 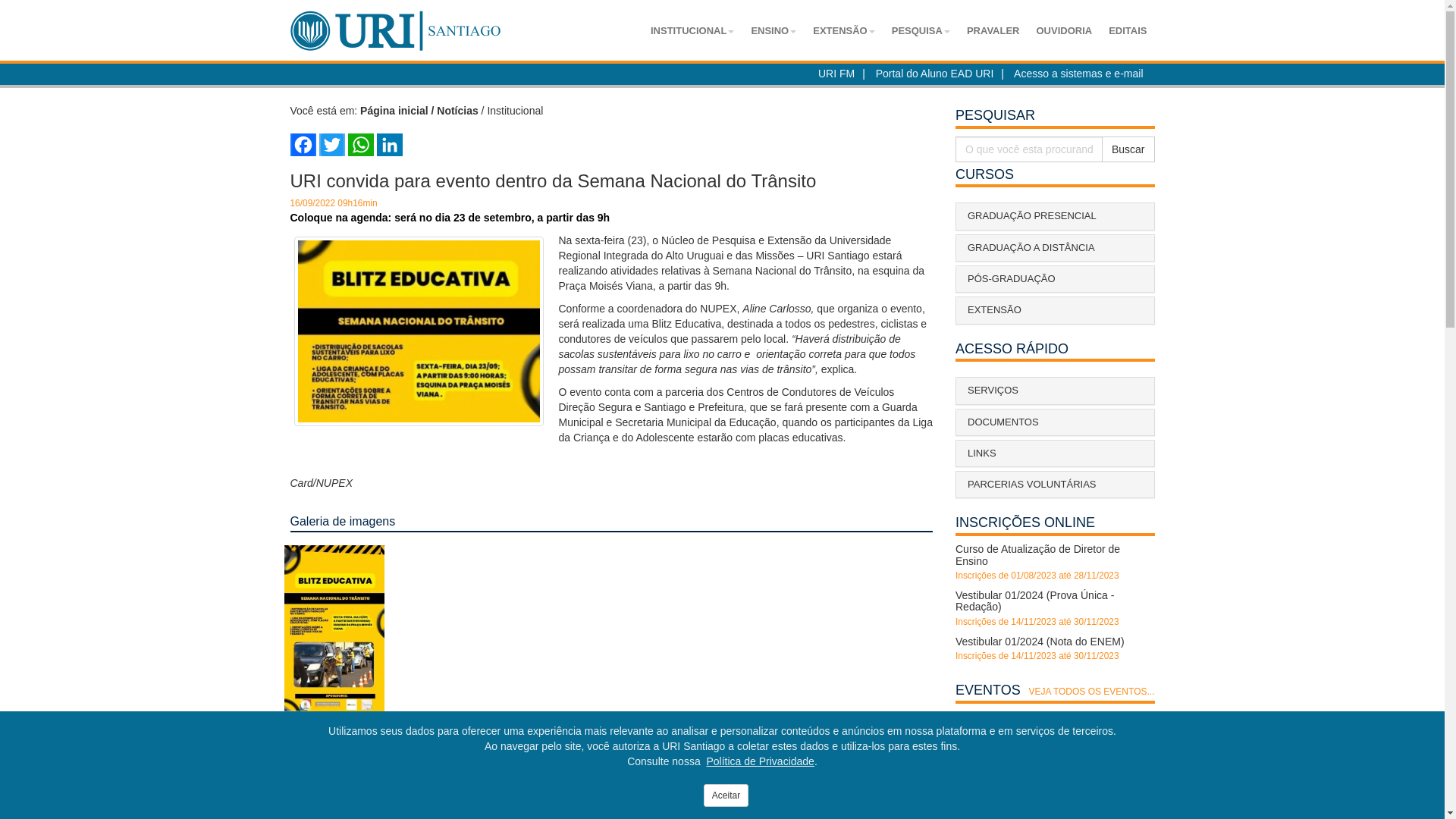 I want to click on 'INSTITUCIONAL', so click(x=691, y=31).